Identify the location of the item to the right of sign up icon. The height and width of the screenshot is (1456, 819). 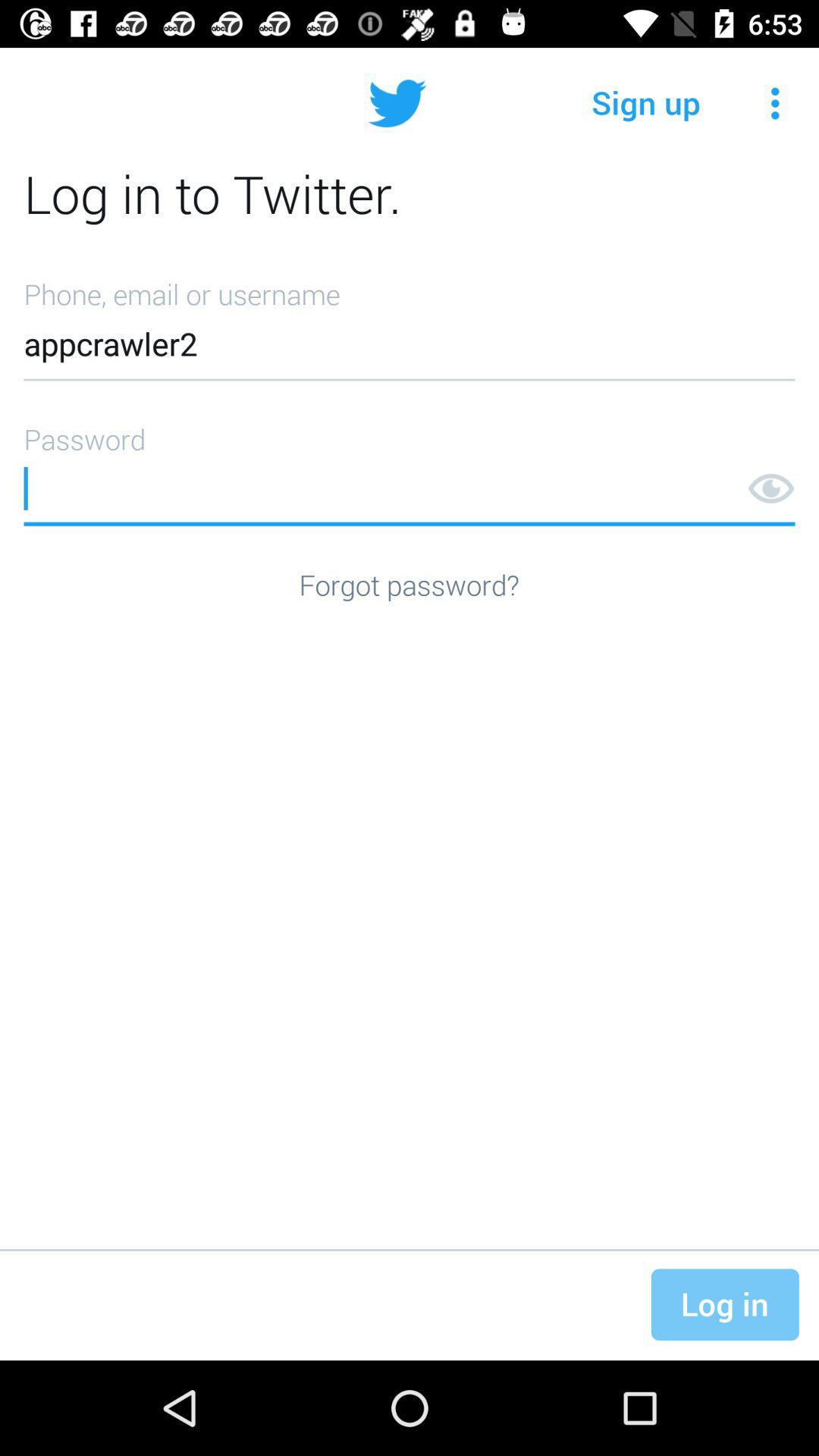
(775, 102).